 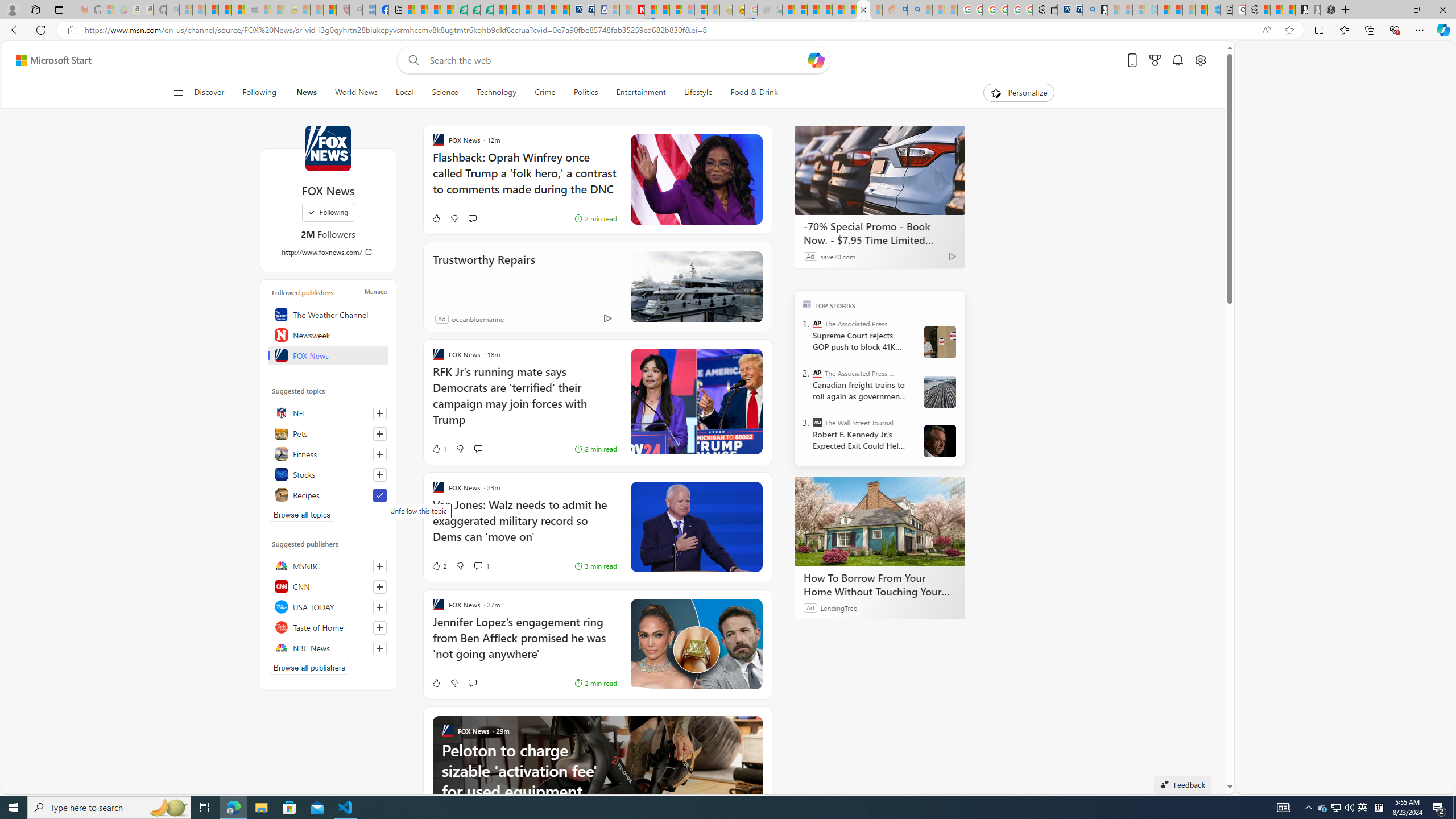 What do you see at coordinates (806, 303) in the screenshot?
I see `'TOP'` at bounding box center [806, 303].